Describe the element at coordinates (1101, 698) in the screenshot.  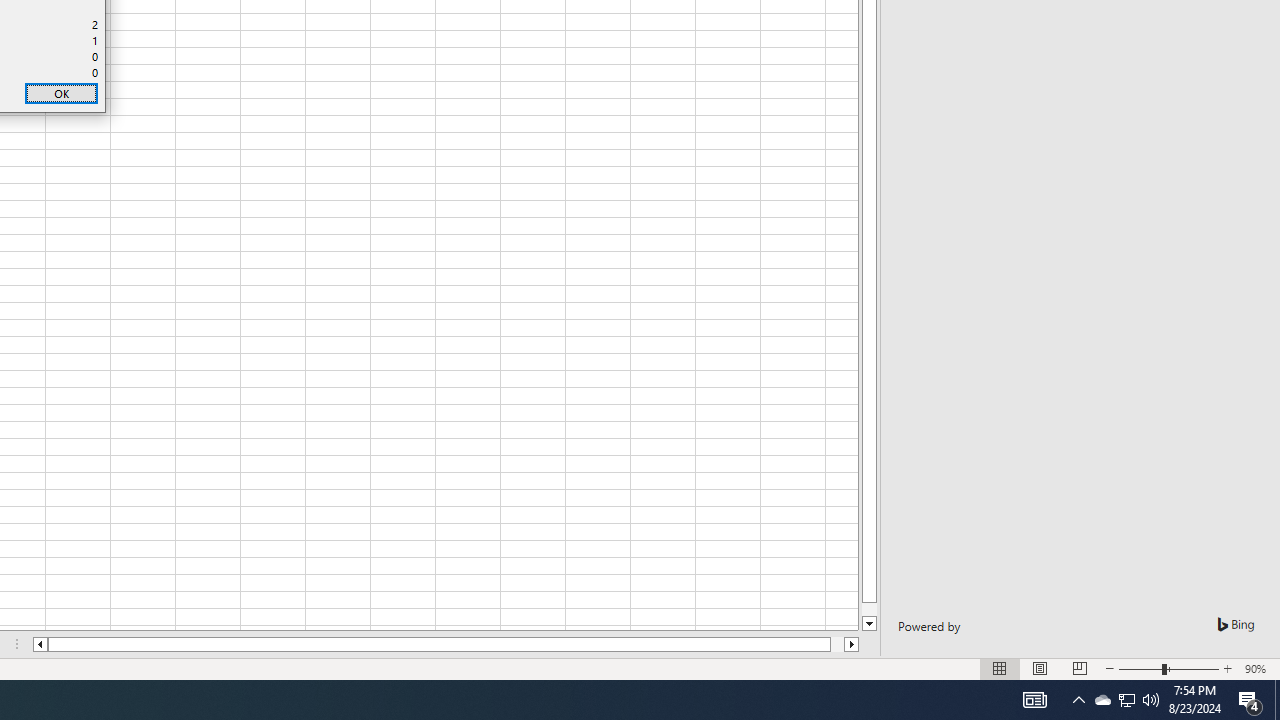
I see `'User Promoted Notification Area'` at that location.